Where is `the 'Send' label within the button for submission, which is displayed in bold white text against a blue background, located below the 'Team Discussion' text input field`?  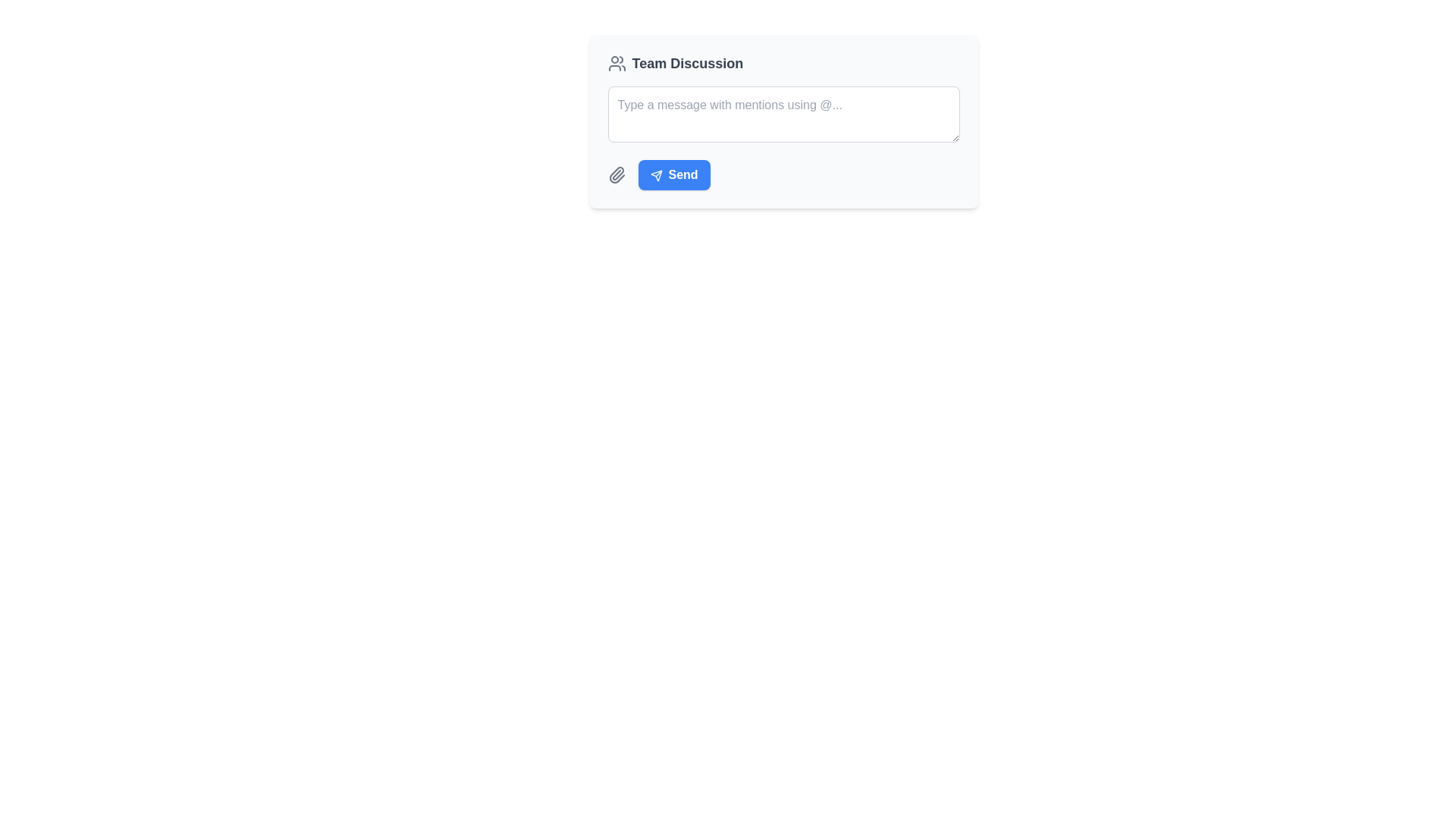 the 'Send' label within the button for submission, which is displayed in bold white text against a blue background, located below the 'Team Discussion' text input field is located at coordinates (682, 174).